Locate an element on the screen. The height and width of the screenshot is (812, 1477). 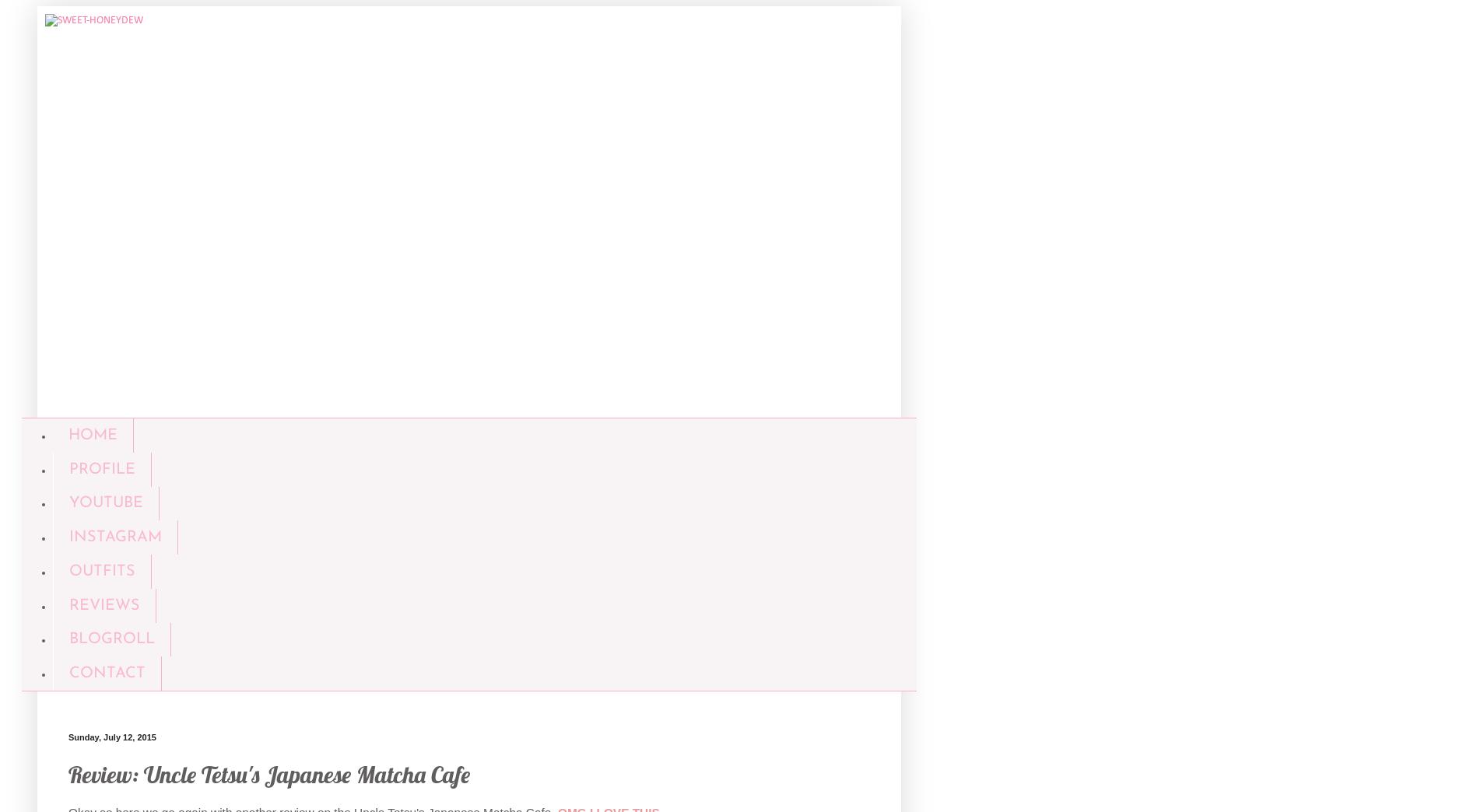
'HOME' is located at coordinates (92, 433).